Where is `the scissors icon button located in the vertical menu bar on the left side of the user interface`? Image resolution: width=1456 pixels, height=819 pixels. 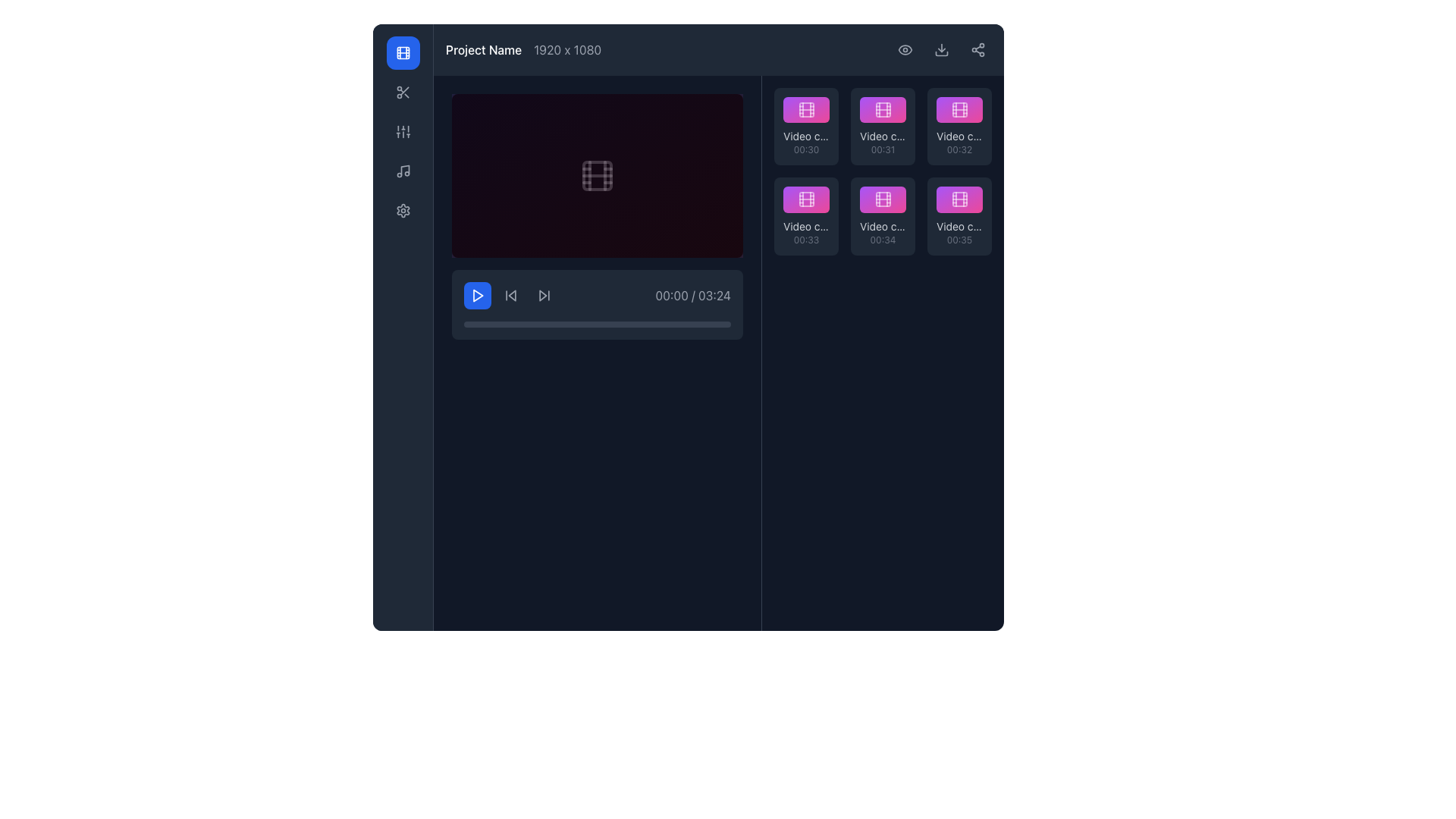 the scissors icon button located in the vertical menu bar on the left side of the user interface is located at coordinates (403, 93).